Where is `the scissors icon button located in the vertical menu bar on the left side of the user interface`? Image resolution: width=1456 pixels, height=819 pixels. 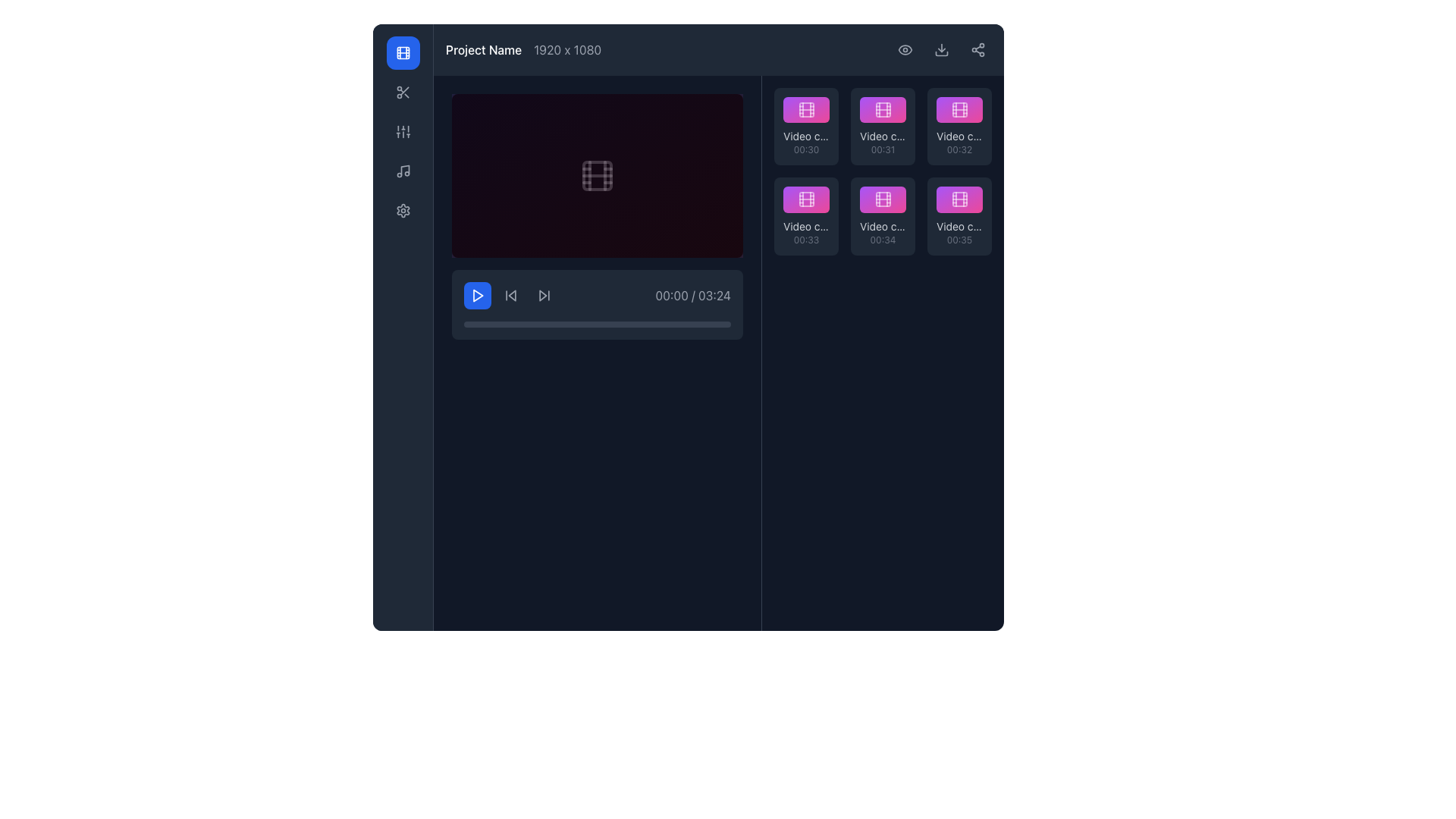 the scissors icon button located in the vertical menu bar on the left side of the user interface is located at coordinates (403, 93).